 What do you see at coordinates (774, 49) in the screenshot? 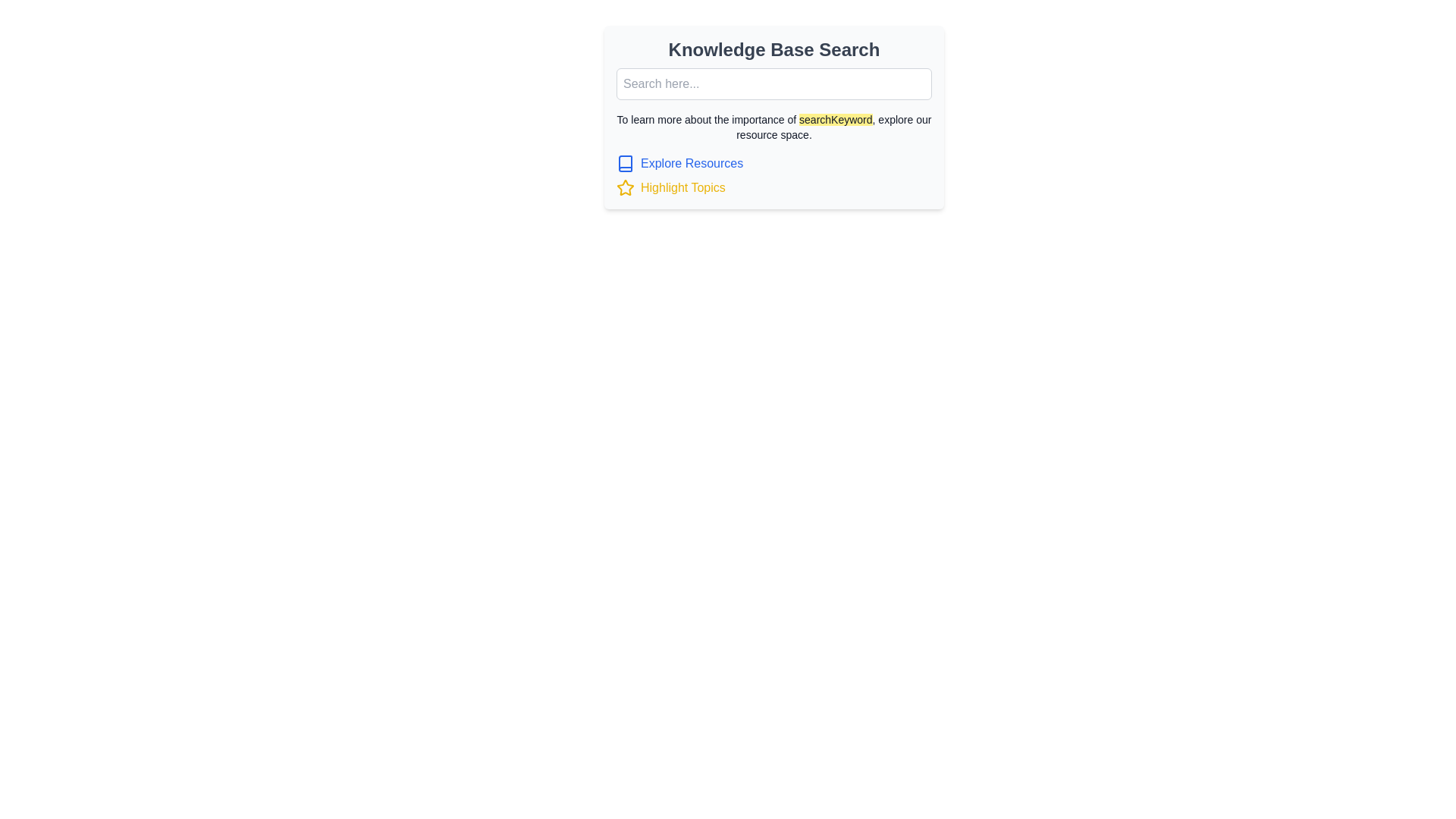
I see `attention on the 'Knowledge Base Search' heading` at bounding box center [774, 49].